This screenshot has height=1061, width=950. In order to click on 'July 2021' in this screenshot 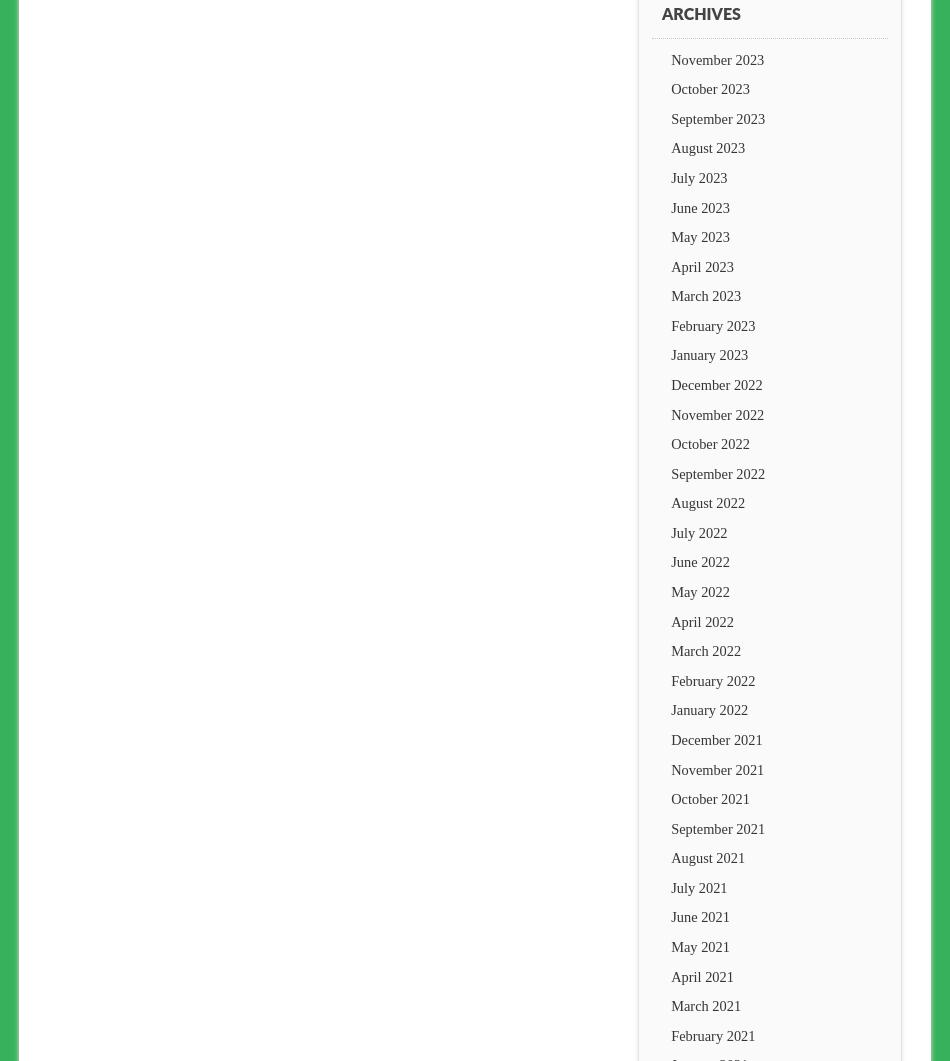, I will do `click(699, 885)`.